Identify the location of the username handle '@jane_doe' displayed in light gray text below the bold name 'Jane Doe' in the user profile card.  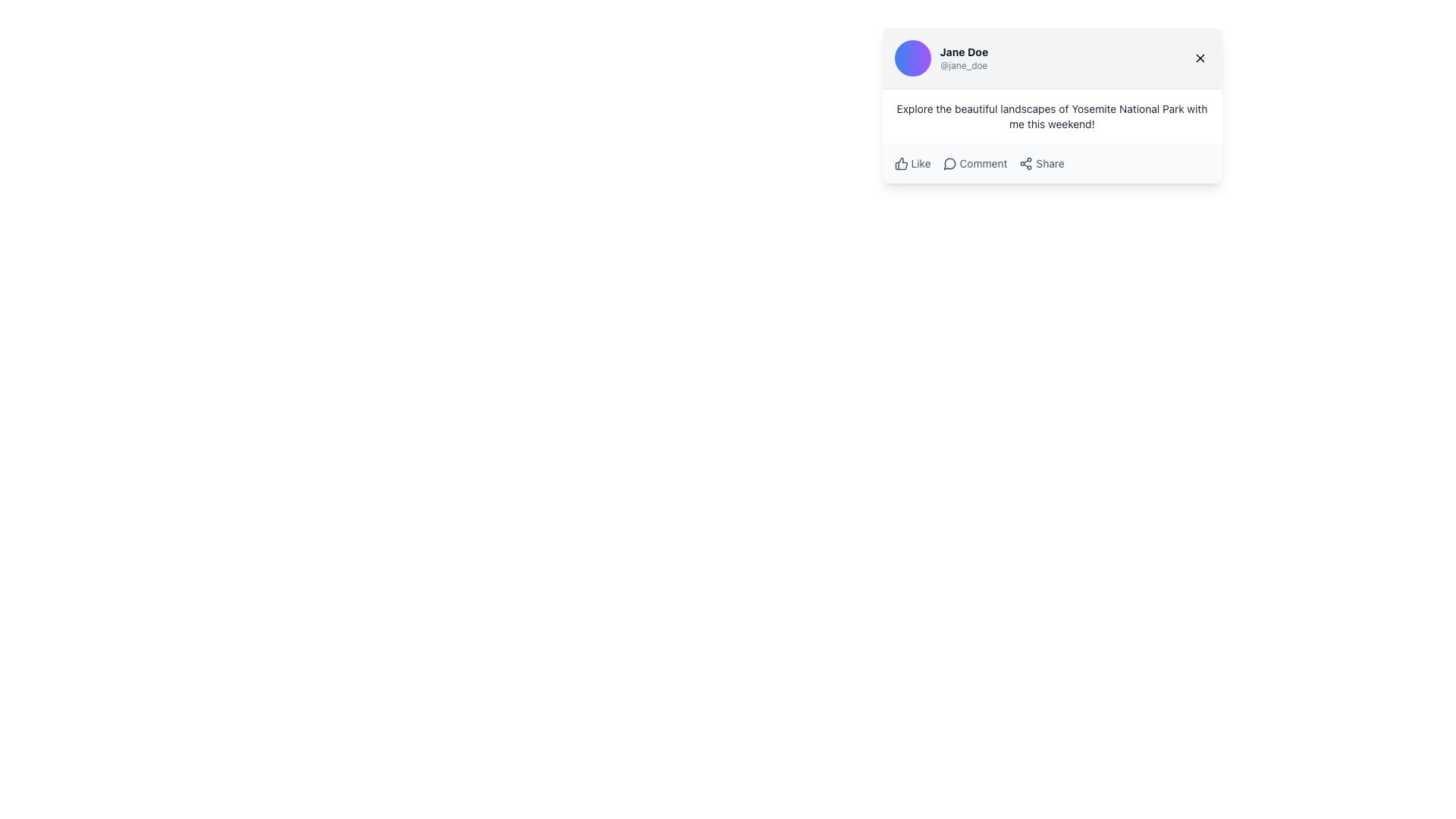
(963, 65).